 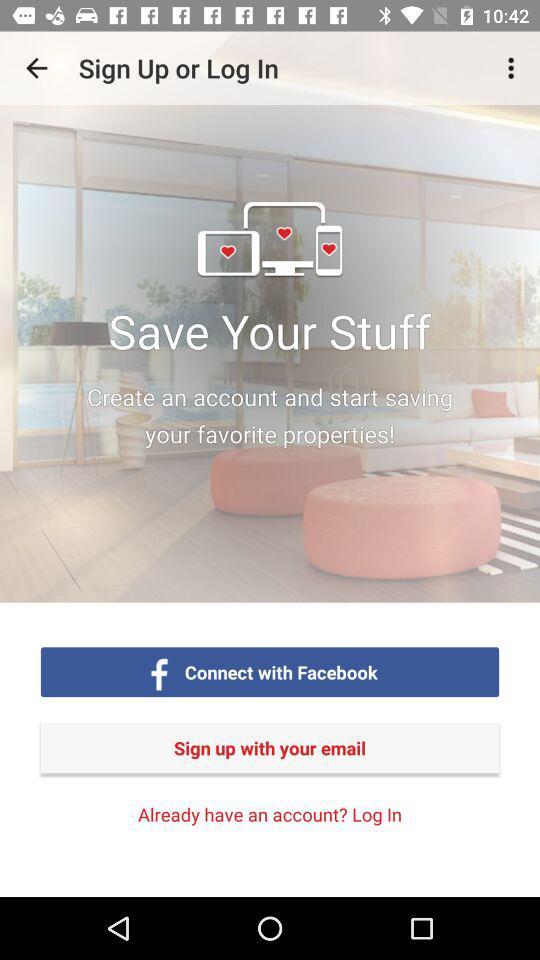 What do you see at coordinates (270, 747) in the screenshot?
I see `the text below blue box` at bounding box center [270, 747].